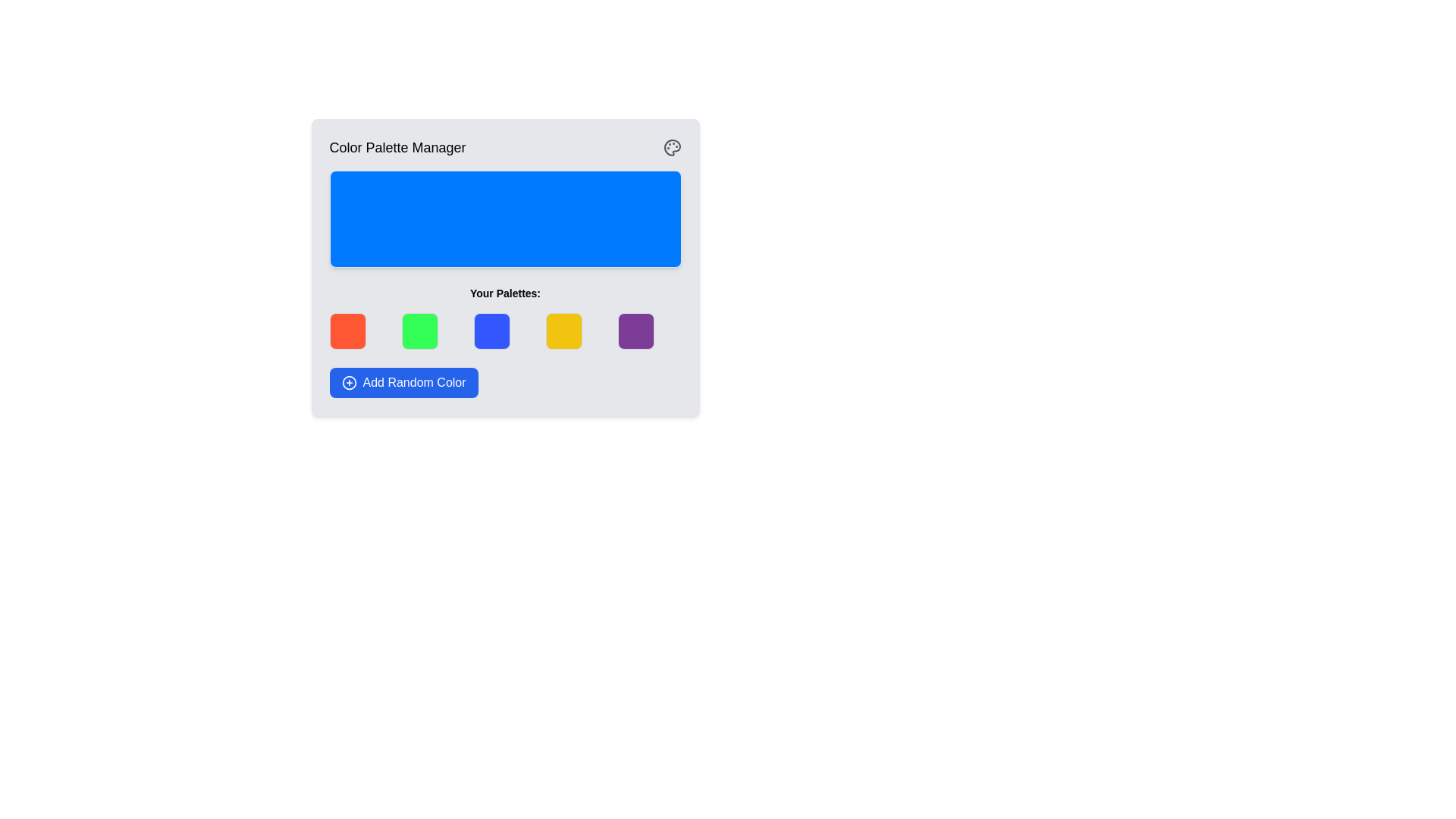  I want to click on the second color selection tile, which is a bright green square with rounded corners, so click(419, 330).